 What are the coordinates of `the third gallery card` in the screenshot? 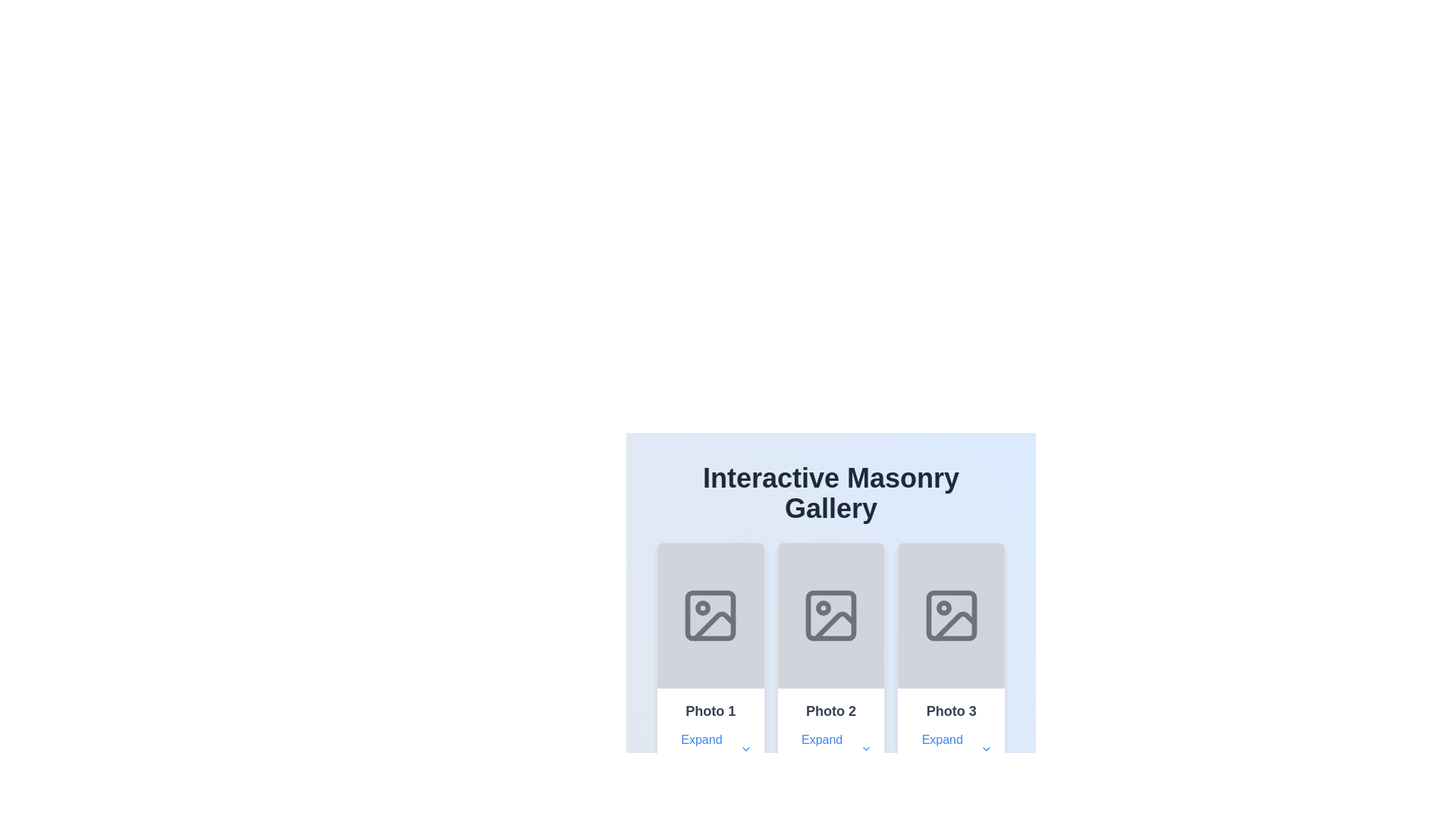 It's located at (950, 660).